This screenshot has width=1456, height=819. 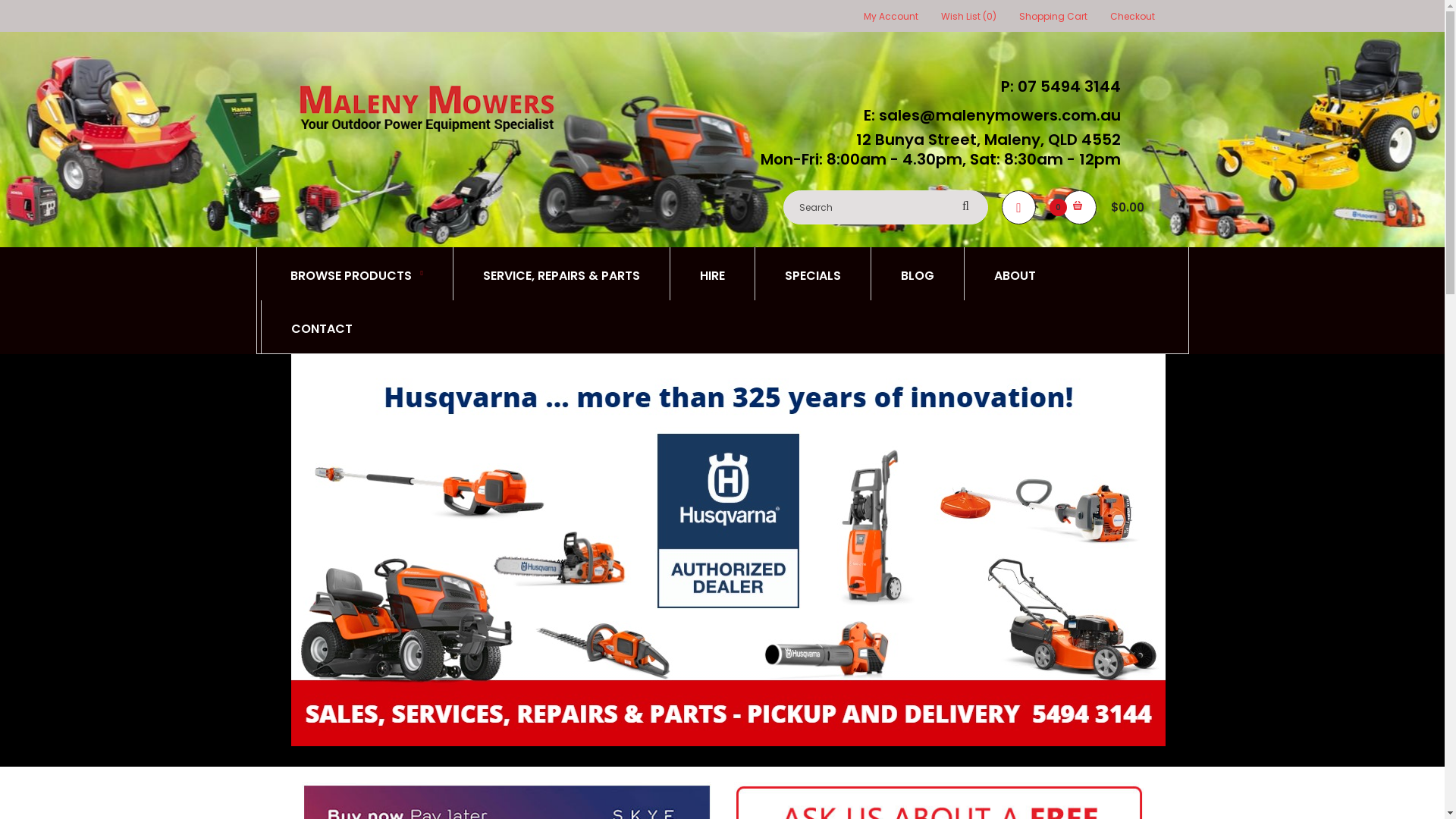 What do you see at coordinates (356, 274) in the screenshot?
I see `'BROWSE PRODUCTS'` at bounding box center [356, 274].